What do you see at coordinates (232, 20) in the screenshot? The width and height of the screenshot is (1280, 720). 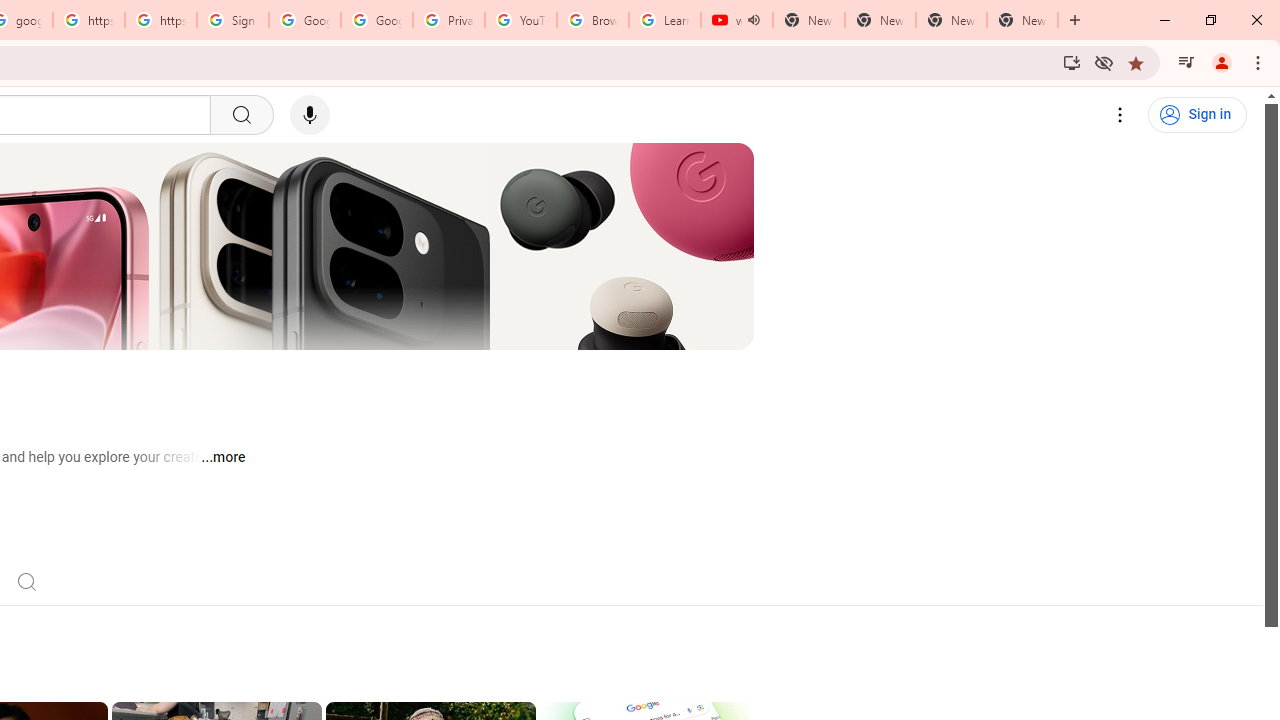 I see `'Sign in - Google Accounts'` at bounding box center [232, 20].